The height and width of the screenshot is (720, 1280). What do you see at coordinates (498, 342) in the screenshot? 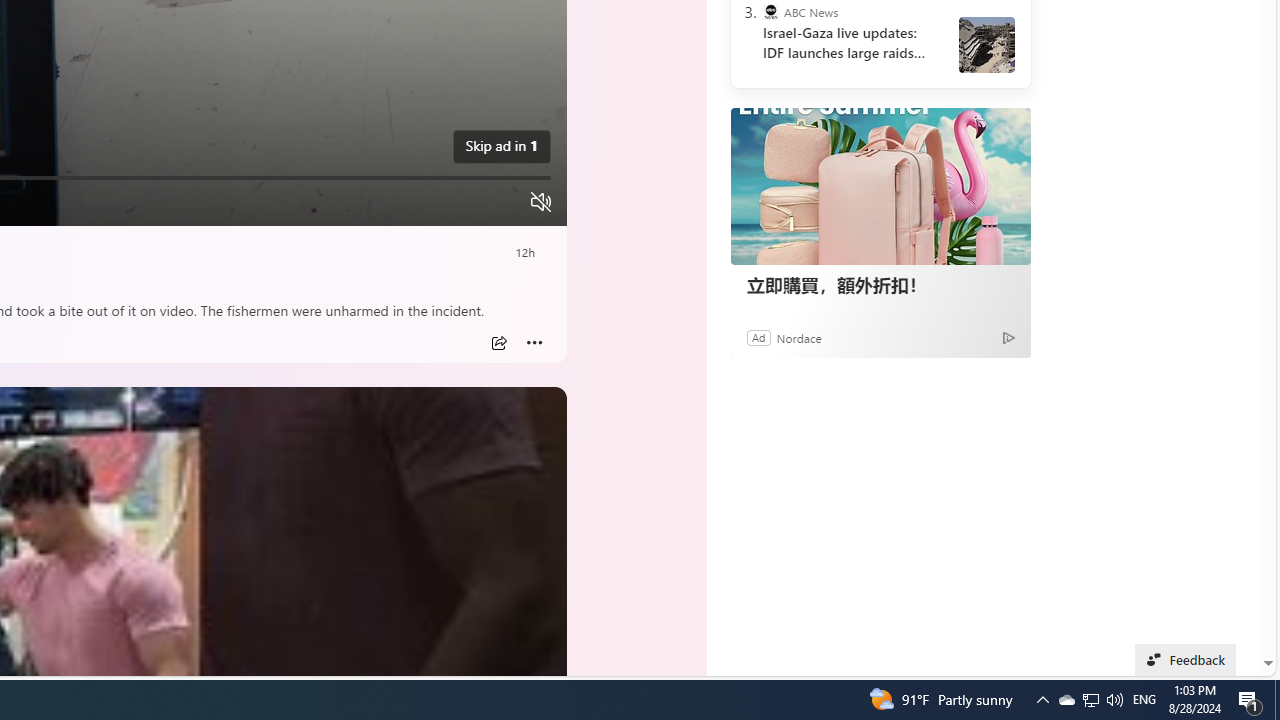
I see `'Share'` at bounding box center [498, 342].